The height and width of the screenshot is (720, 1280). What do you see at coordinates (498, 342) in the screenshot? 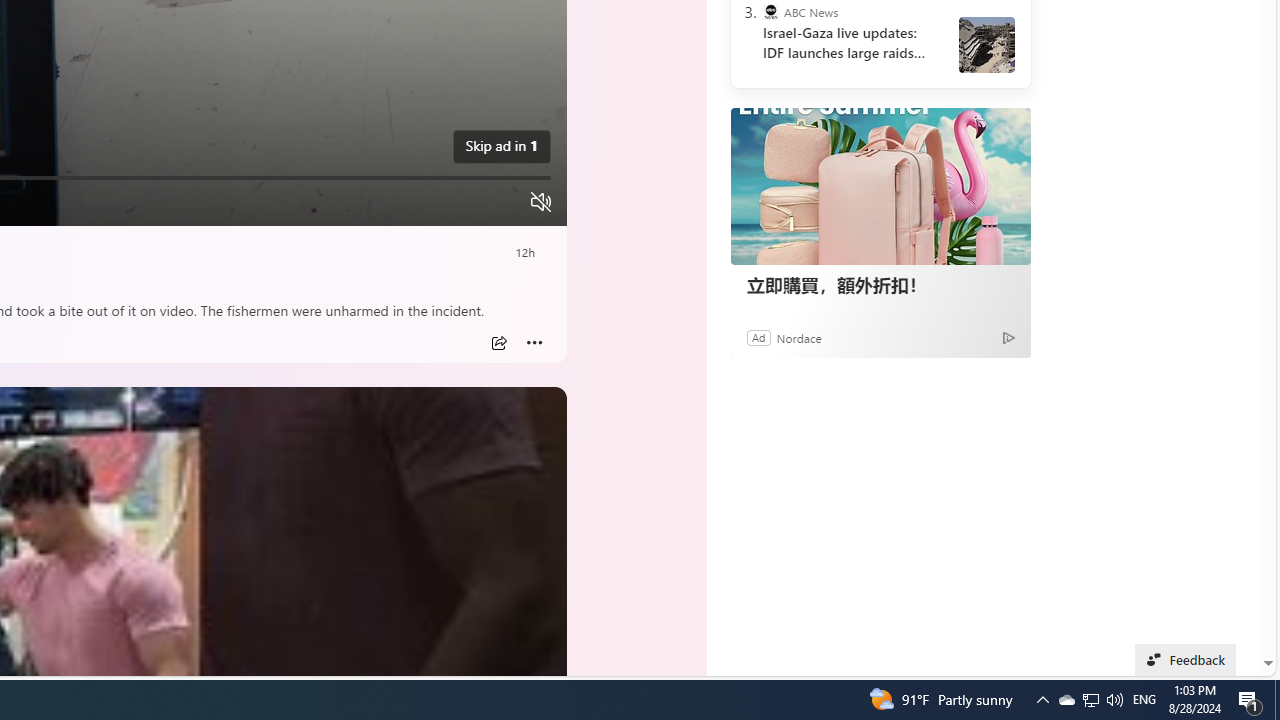
I see `'Share'` at bounding box center [498, 342].